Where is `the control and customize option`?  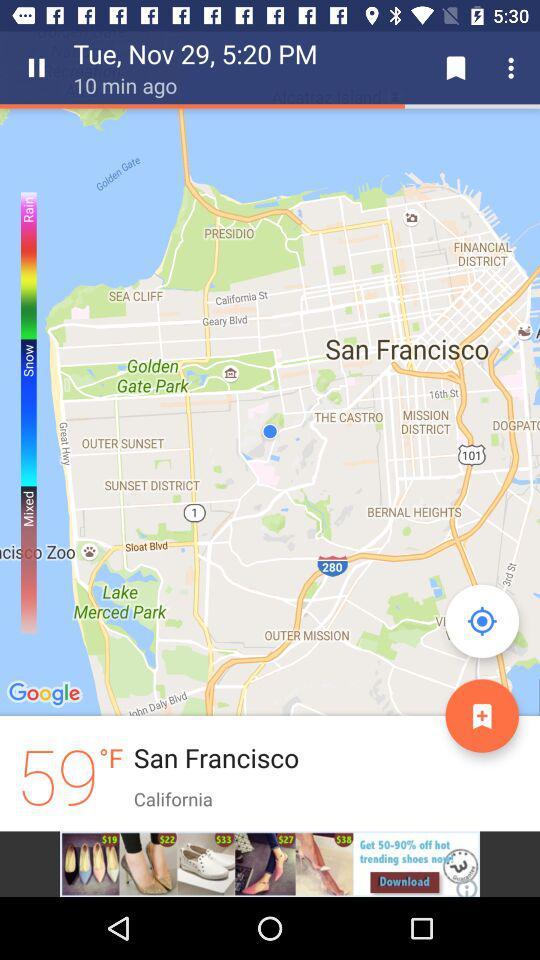 the control and customize option is located at coordinates (514, 68).